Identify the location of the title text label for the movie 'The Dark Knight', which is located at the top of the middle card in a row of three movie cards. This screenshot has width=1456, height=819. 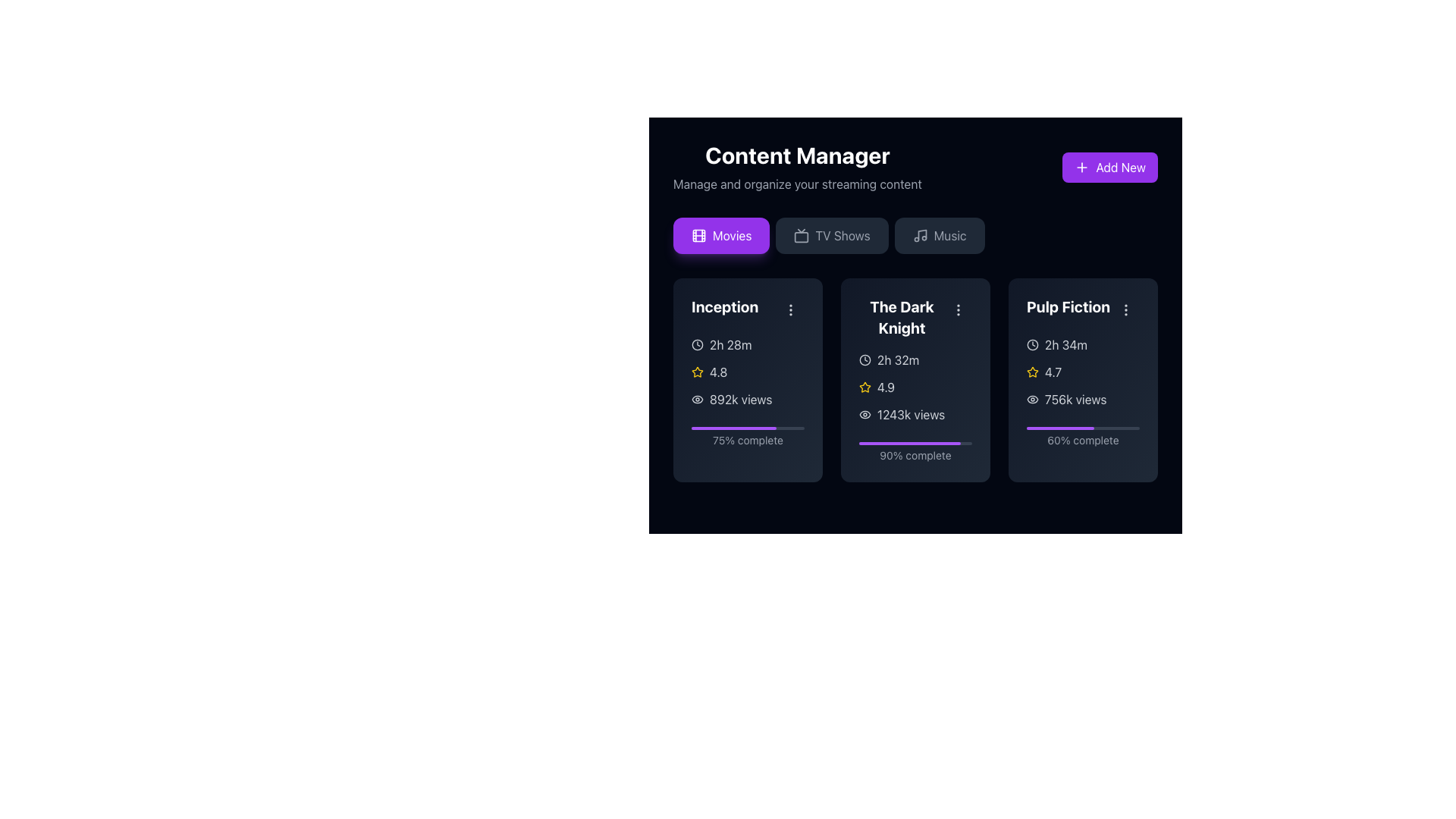
(915, 317).